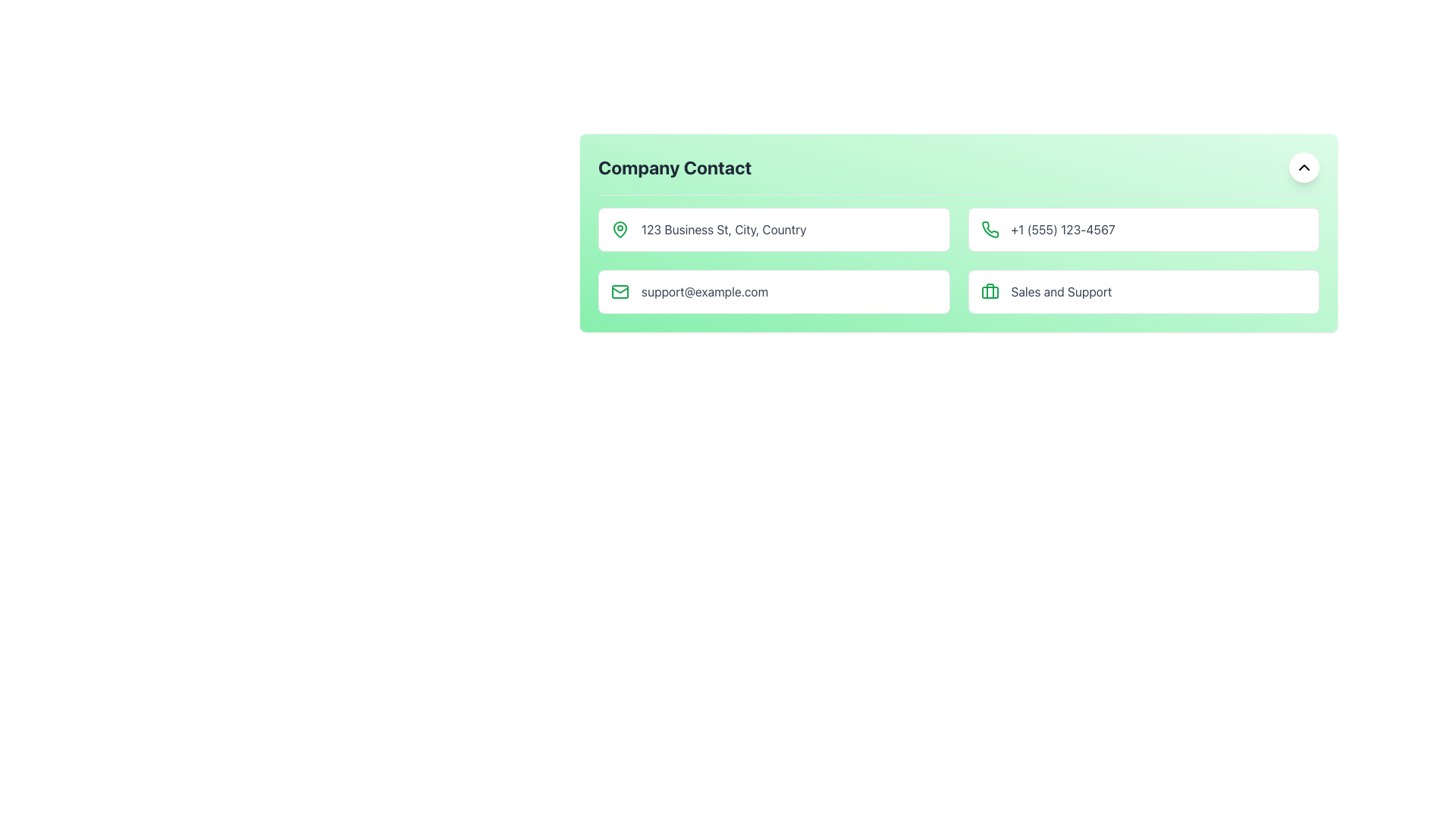  What do you see at coordinates (773, 230) in the screenshot?
I see `the Informative display field that shows the physical address, located near the top-left of the contact details section, above the email entry and to the left of the phone number entry` at bounding box center [773, 230].